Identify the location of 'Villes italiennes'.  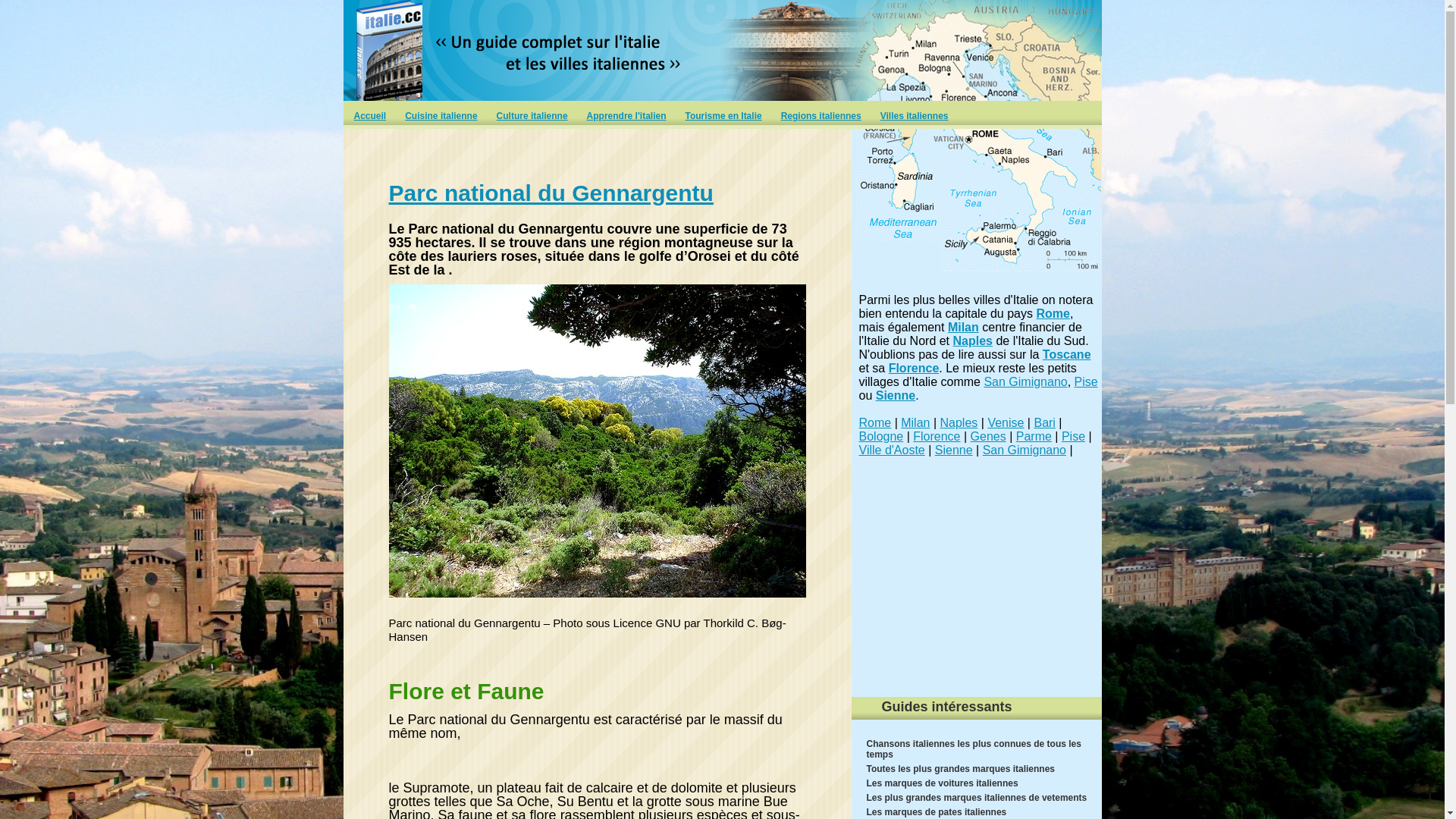
(913, 116).